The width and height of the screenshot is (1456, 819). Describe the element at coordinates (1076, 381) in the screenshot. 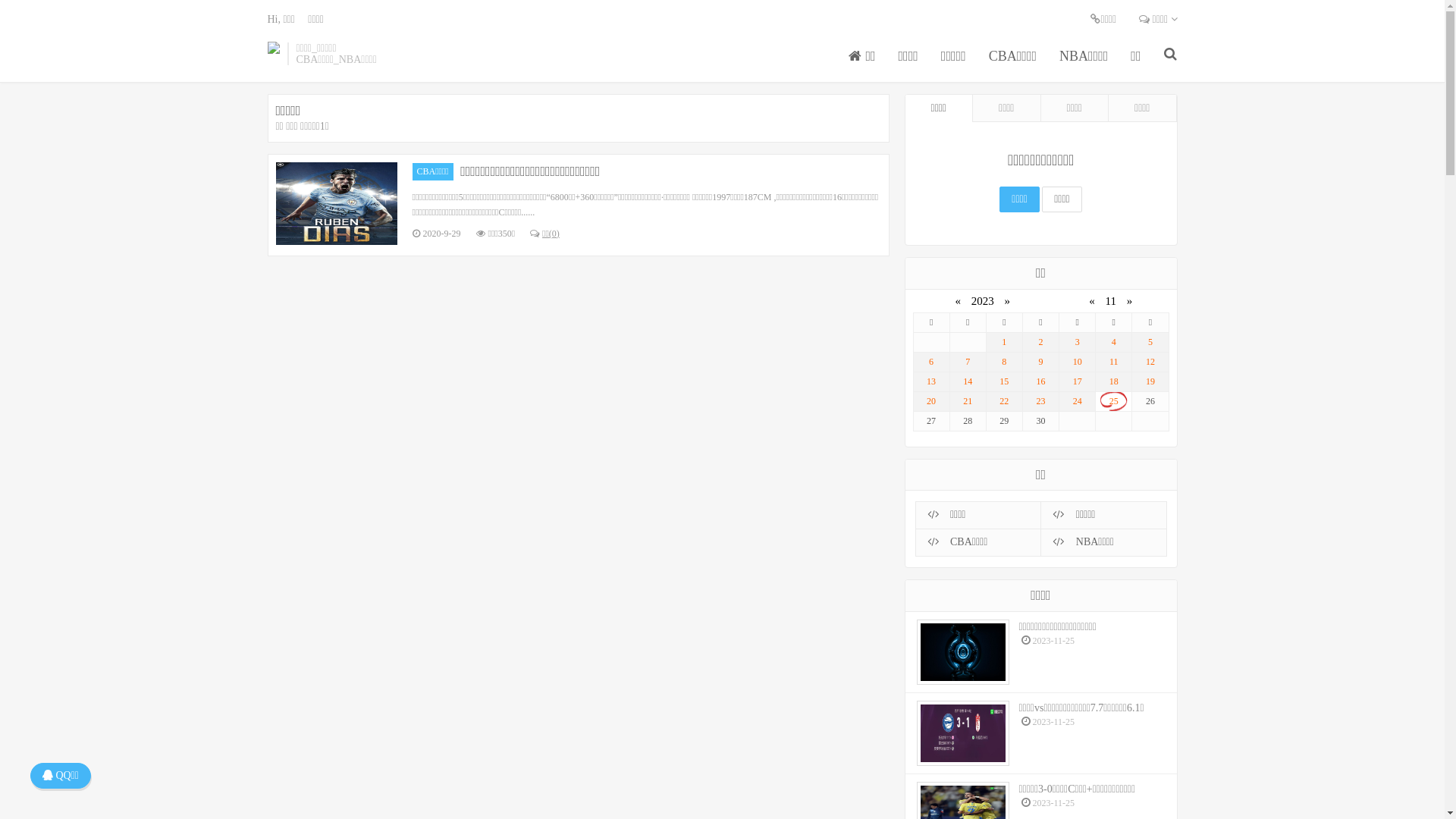

I see `'17'` at that location.